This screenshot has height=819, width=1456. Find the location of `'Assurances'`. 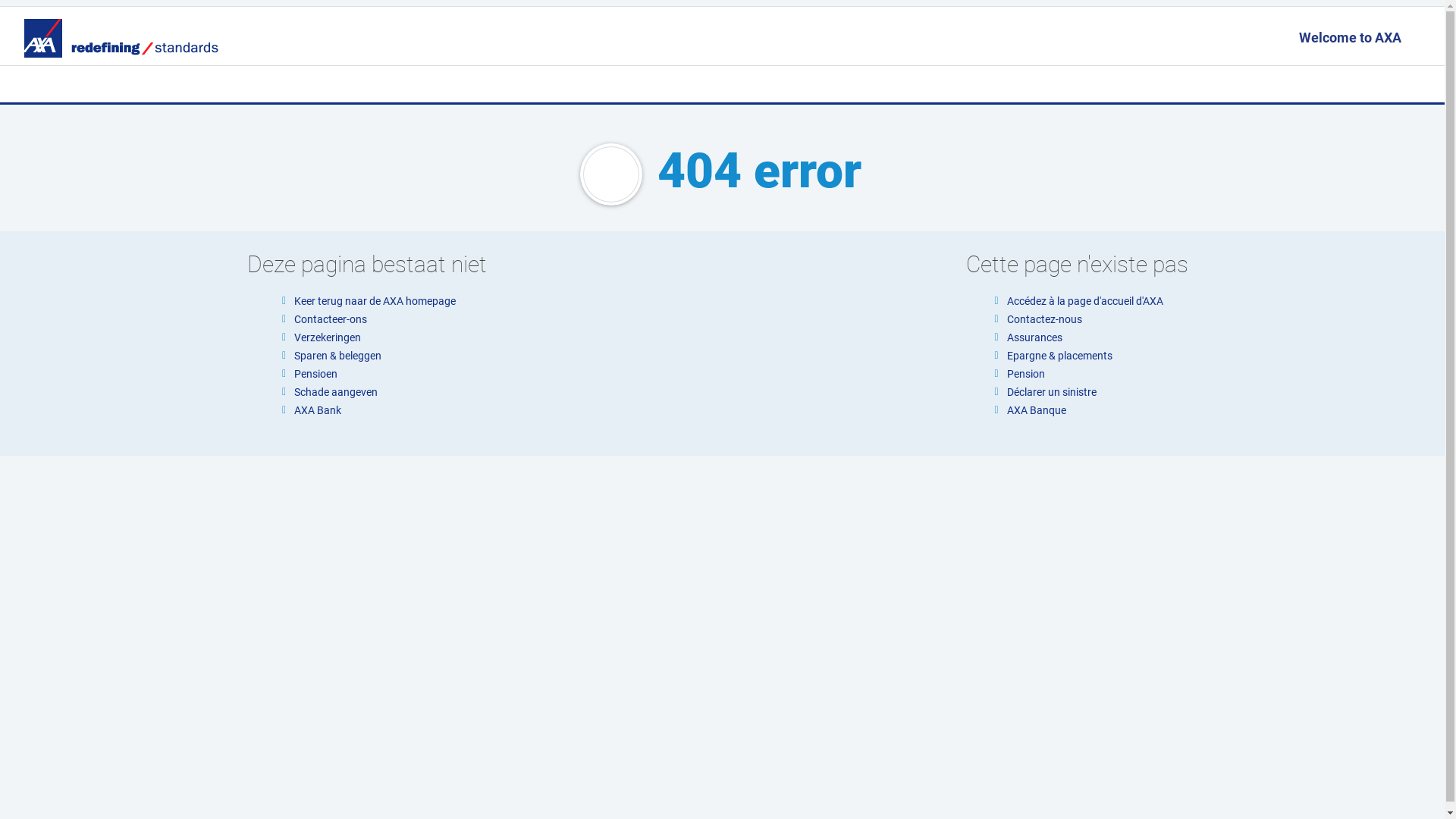

'Assurances' is located at coordinates (1034, 336).